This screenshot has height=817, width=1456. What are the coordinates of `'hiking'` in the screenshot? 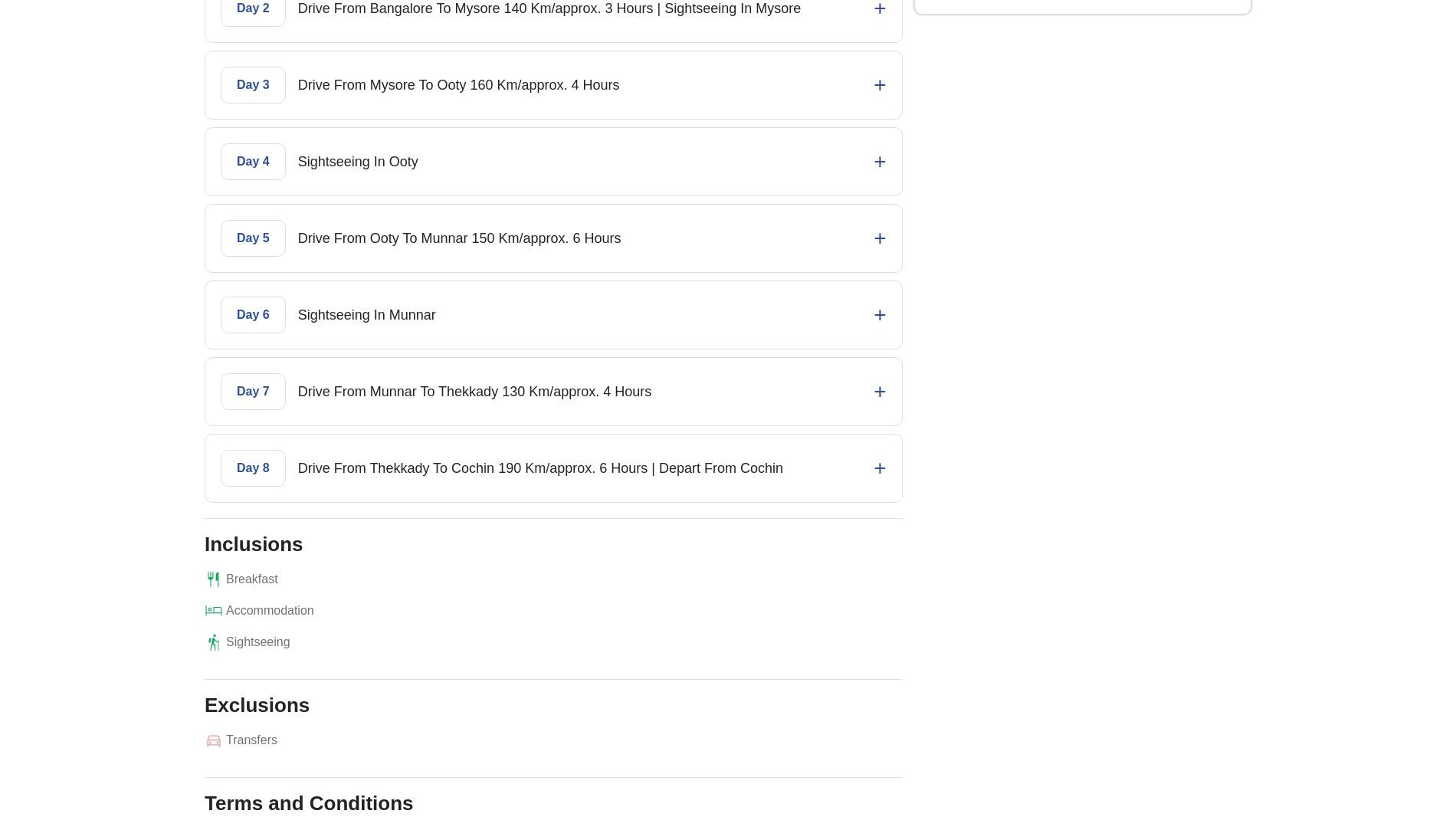 It's located at (212, 641).